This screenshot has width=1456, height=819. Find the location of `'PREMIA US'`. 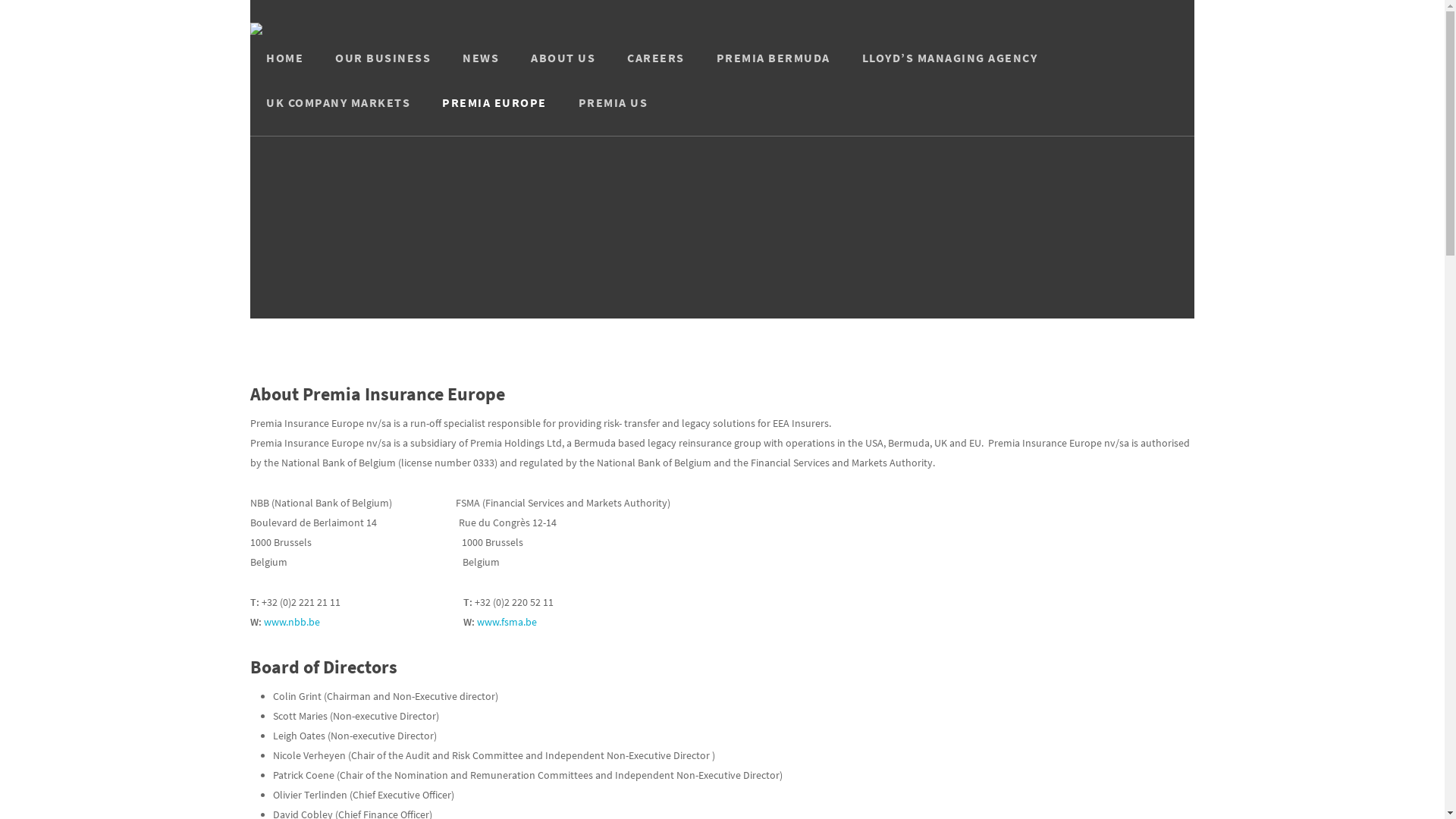

'PREMIA US' is located at coordinates (562, 113).